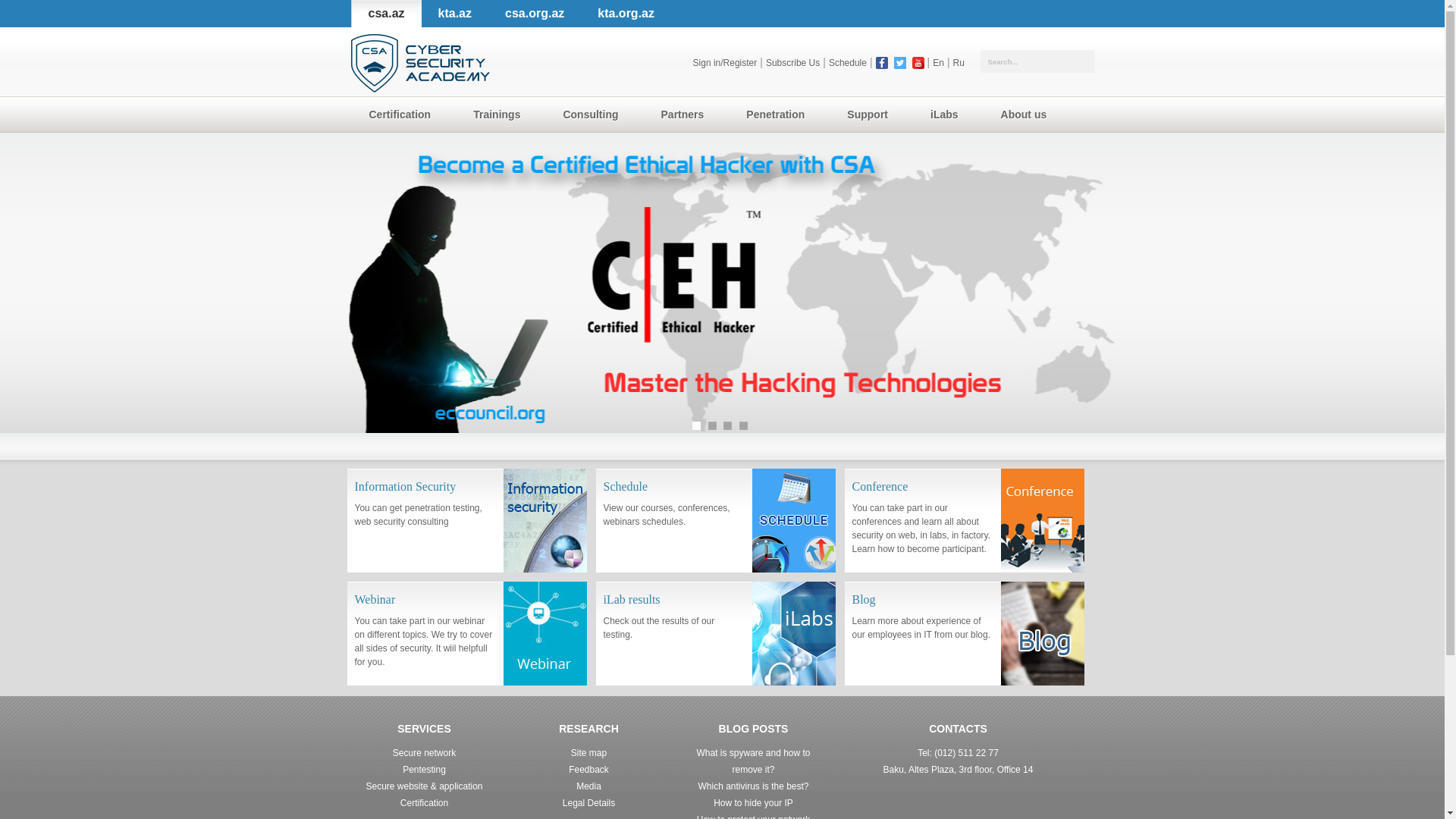  What do you see at coordinates (1027, 114) in the screenshot?
I see `'About us'` at bounding box center [1027, 114].